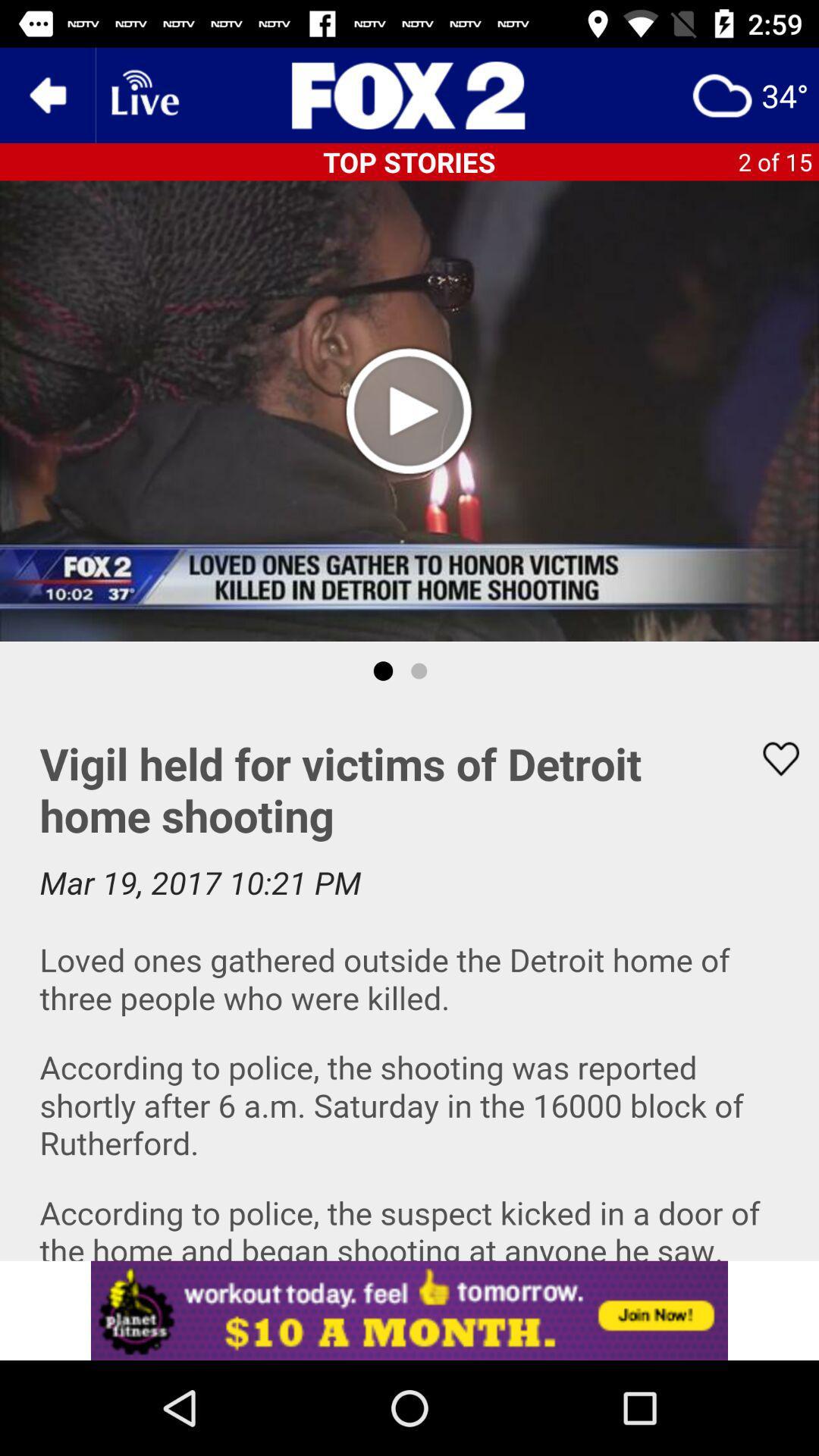 The image size is (819, 1456). Describe the element at coordinates (771, 758) in the screenshot. I see `like` at that location.